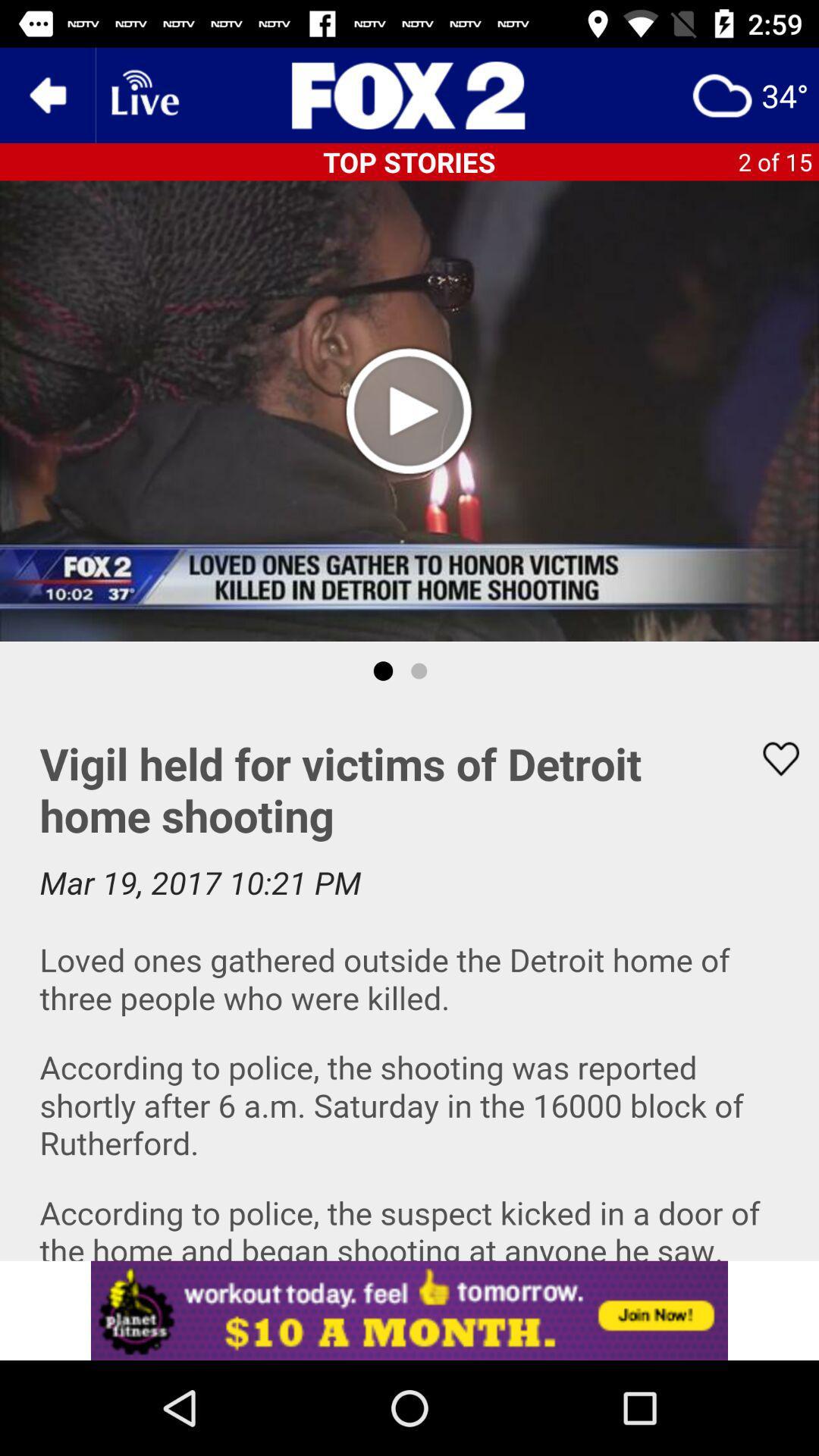 The image size is (819, 1456). Describe the element at coordinates (771, 758) in the screenshot. I see `like` at that location.